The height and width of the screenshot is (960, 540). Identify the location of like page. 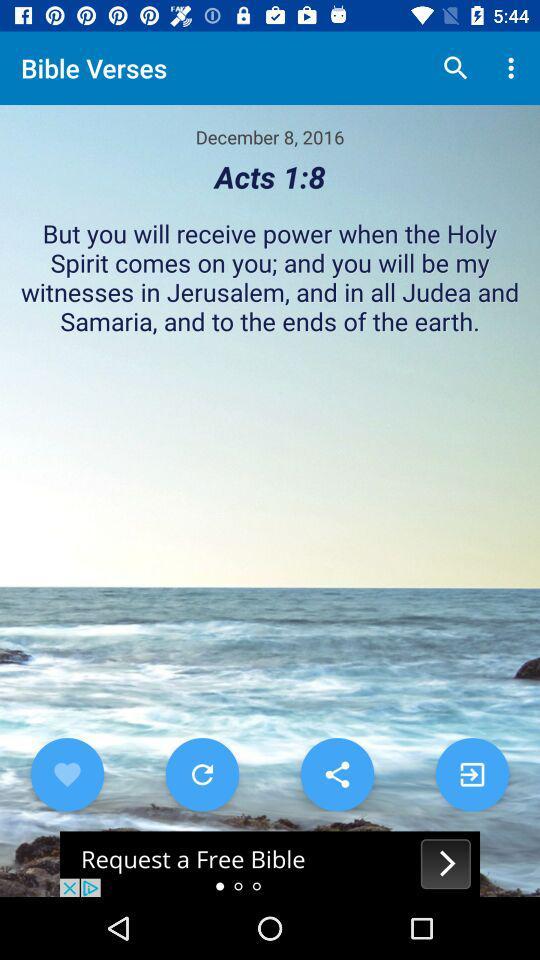
(67, 773).